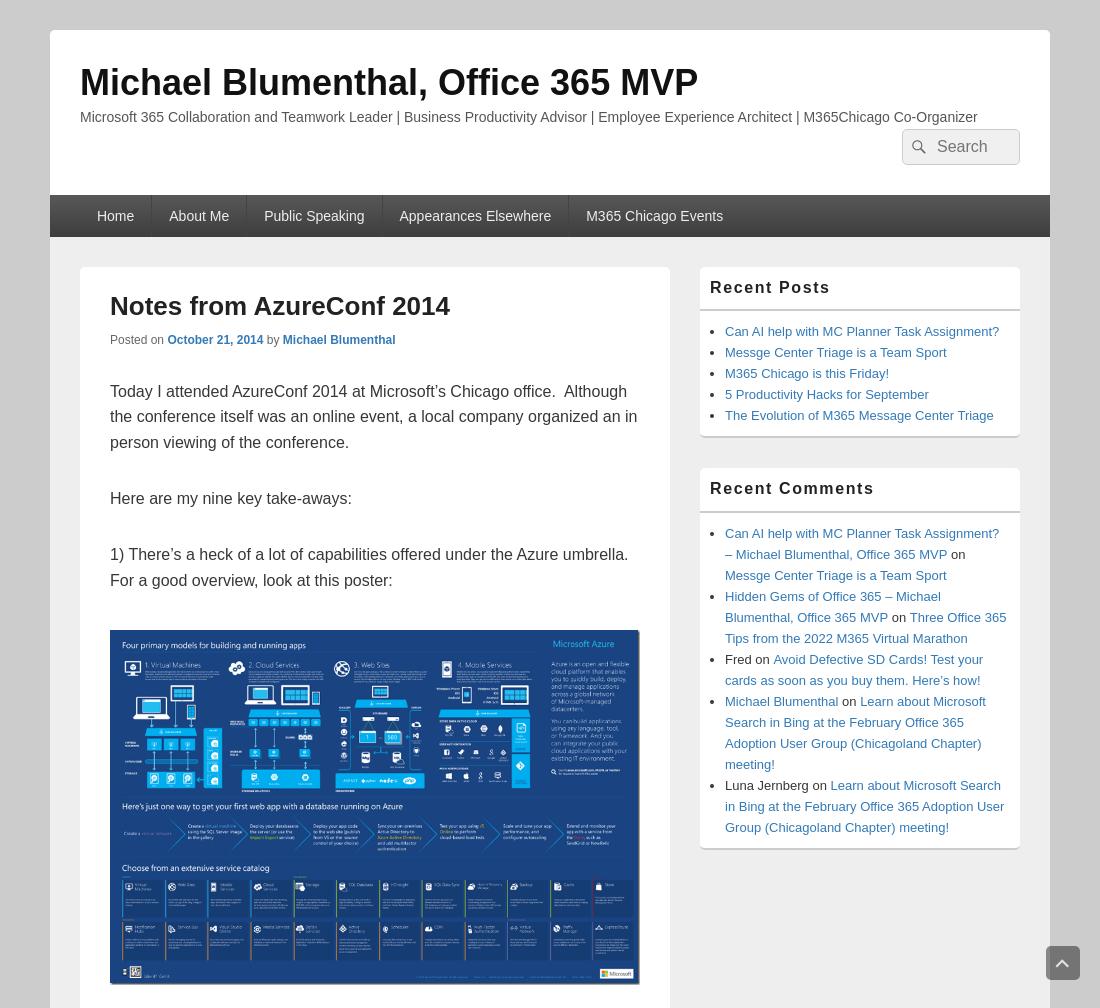  What do you see at coordinates (137, 338) in the screenshot?
I see `'Posted on'` at bounding box center [137, 338].